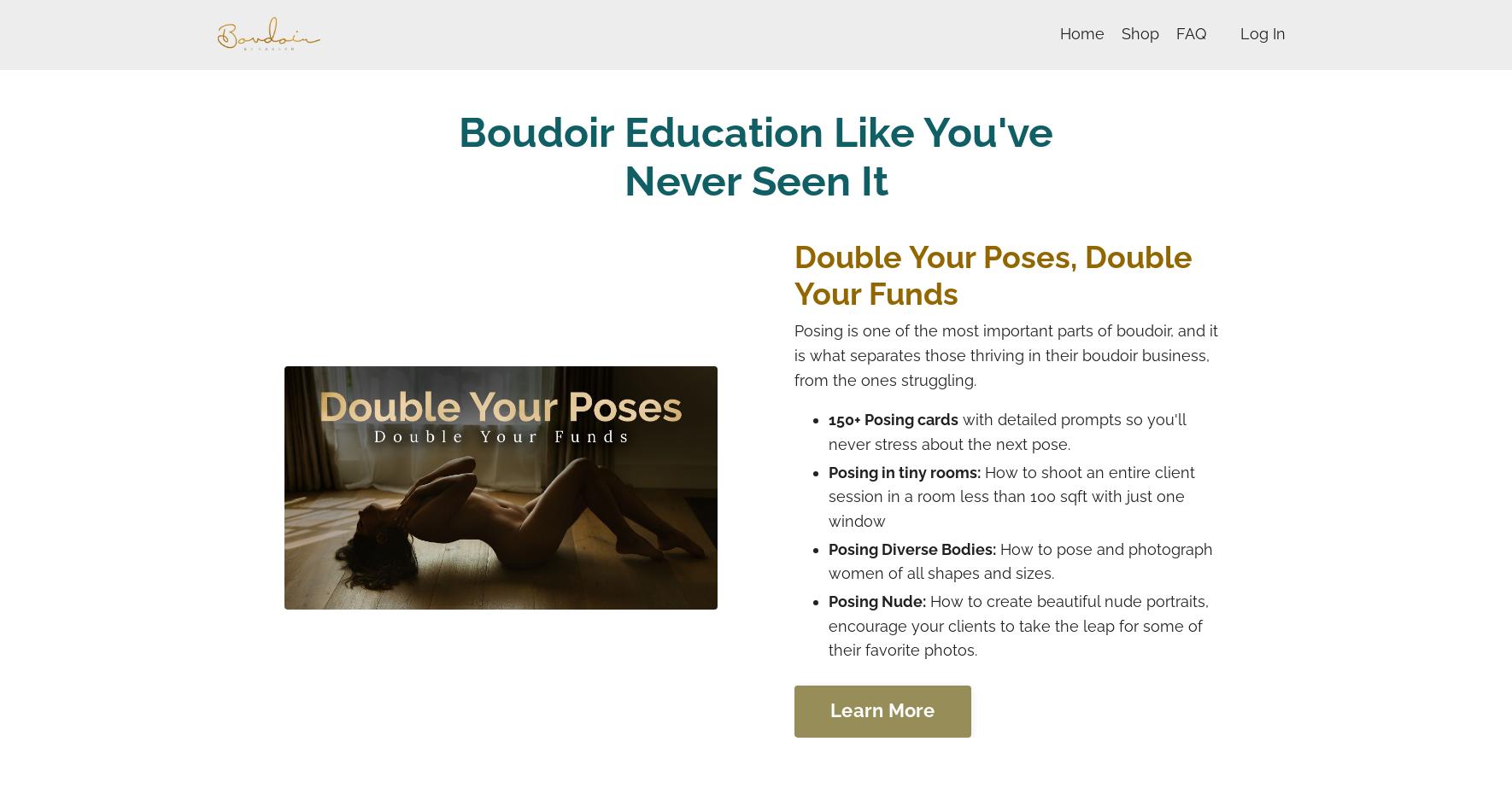 Image resolution: width=1512 pixels, height=794 pixels. Describe the element at coordinates (876, 600) in the screenshot. I see `'Posing Nude:'` at that location.